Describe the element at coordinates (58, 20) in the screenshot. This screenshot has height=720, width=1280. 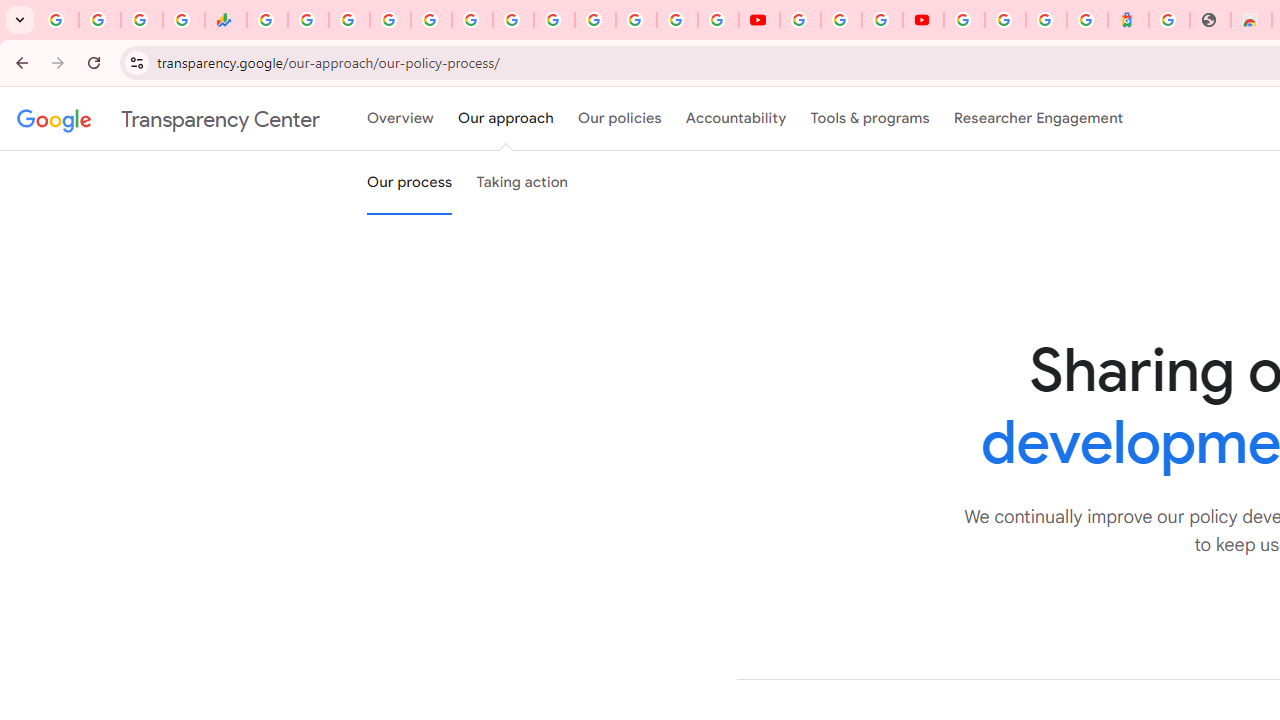
I see `'Google Workspace Admin Community'` at that location.